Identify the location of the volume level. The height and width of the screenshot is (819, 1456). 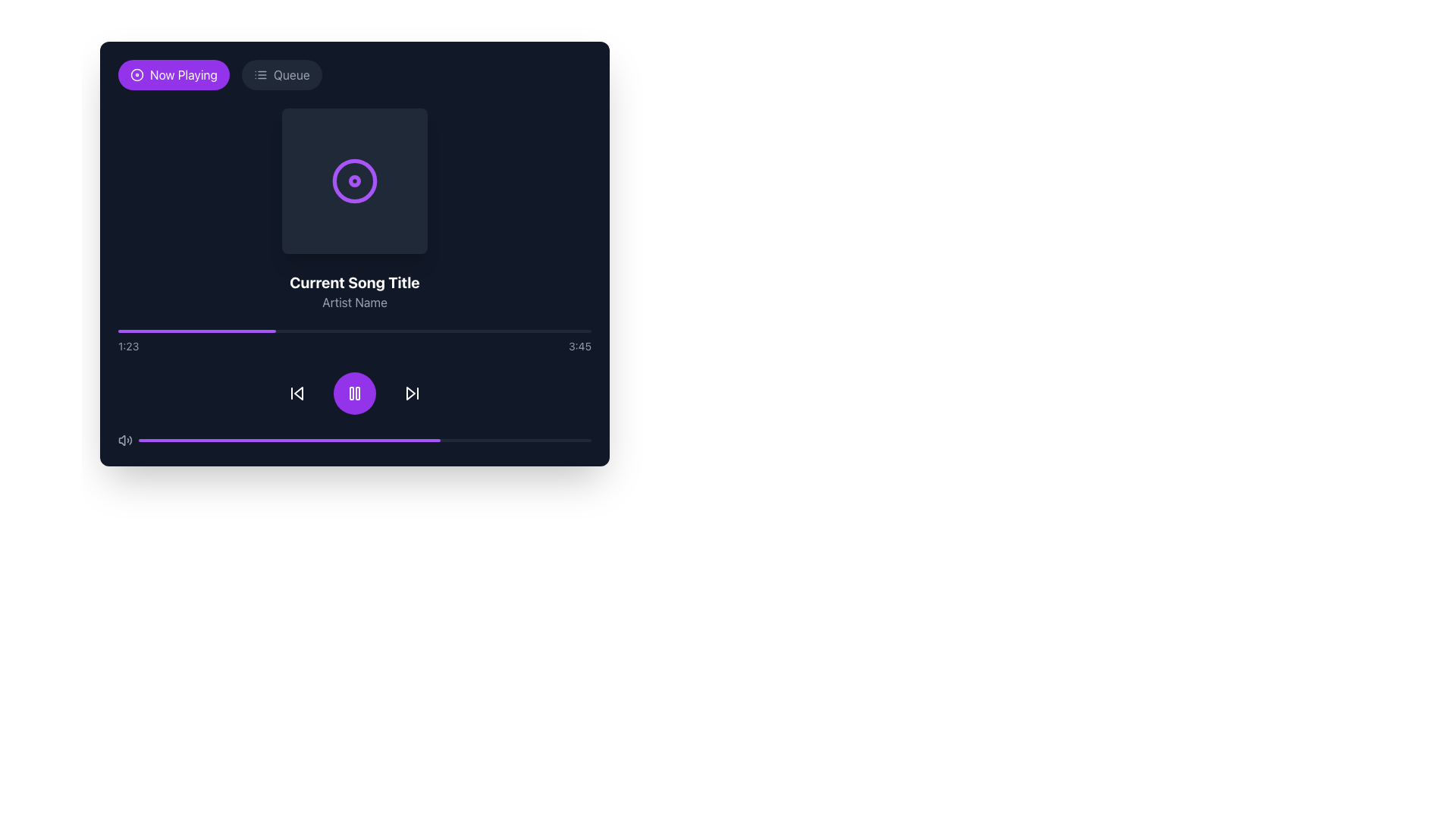
(219, 441).